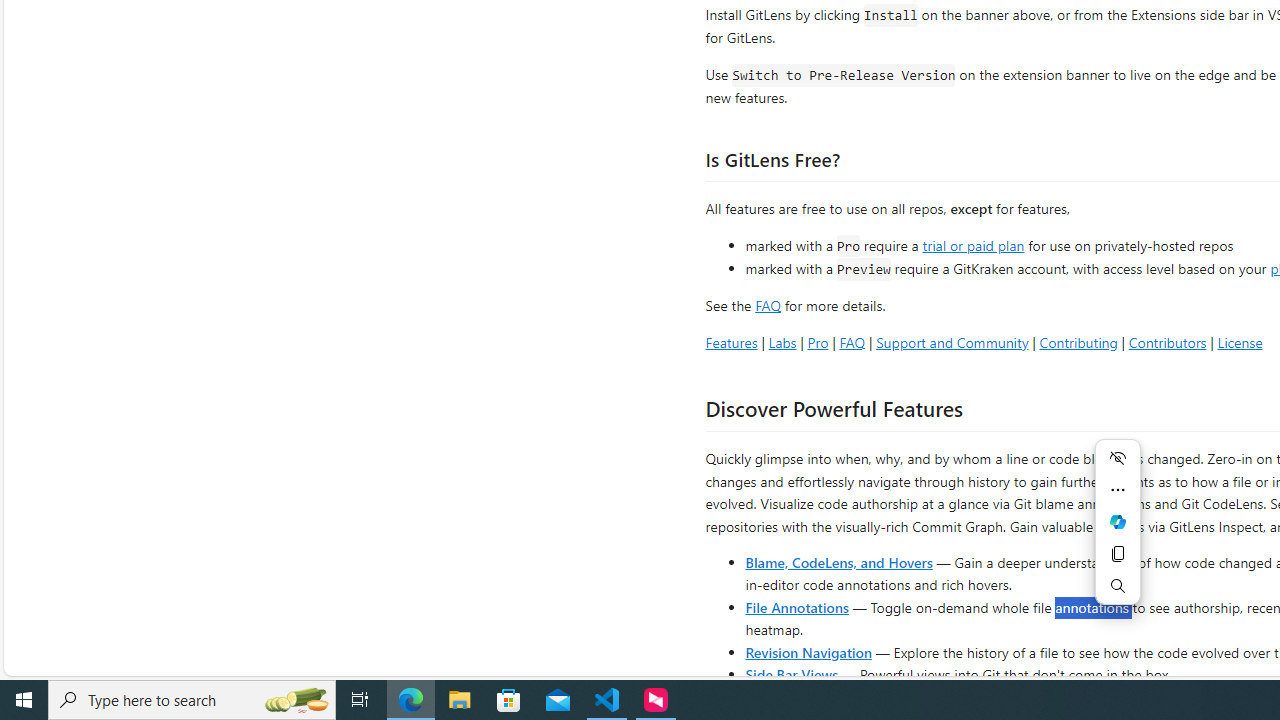 The width and height of the screenshot is (1280, 720). I want to click on 'Mini menu on text selection', so click(1117, 521).